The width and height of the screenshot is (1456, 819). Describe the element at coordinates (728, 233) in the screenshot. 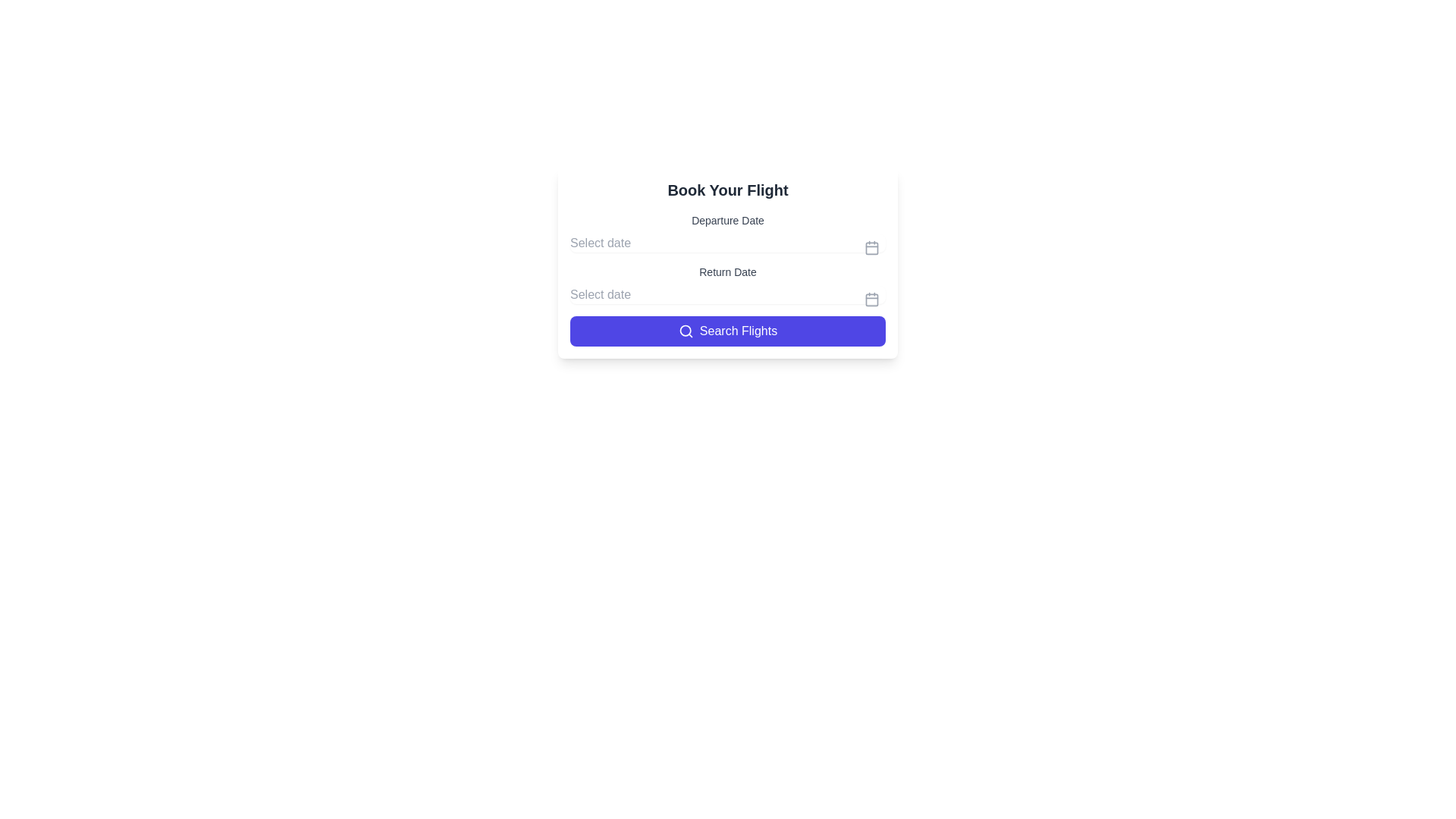

I see `the 'Departure Date' label, which is styled in a medium-sized gray font and positioned above the input field in the 'Book Your Flight' interface` at that location.